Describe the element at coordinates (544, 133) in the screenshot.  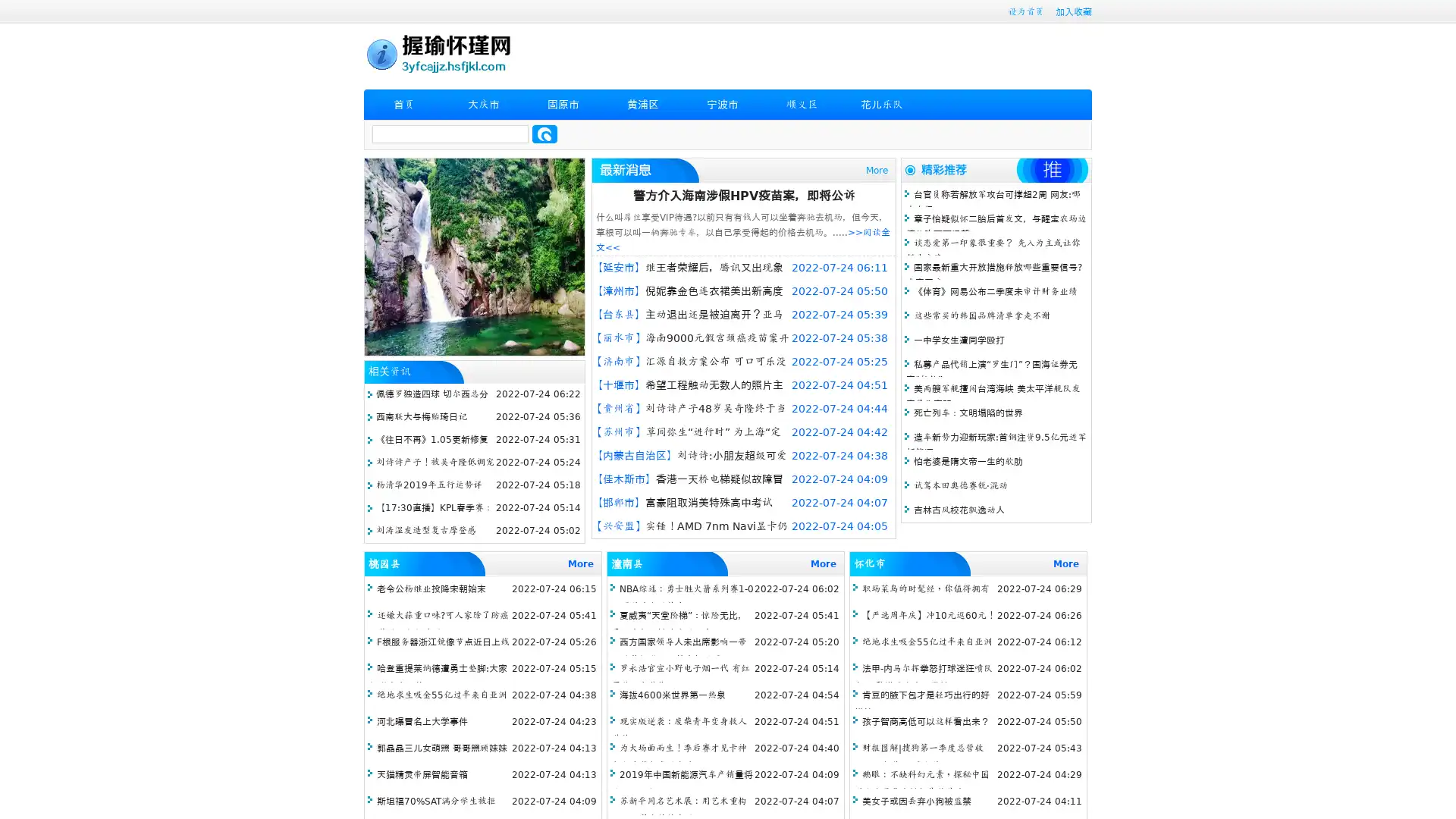
I see `Search` at that location.